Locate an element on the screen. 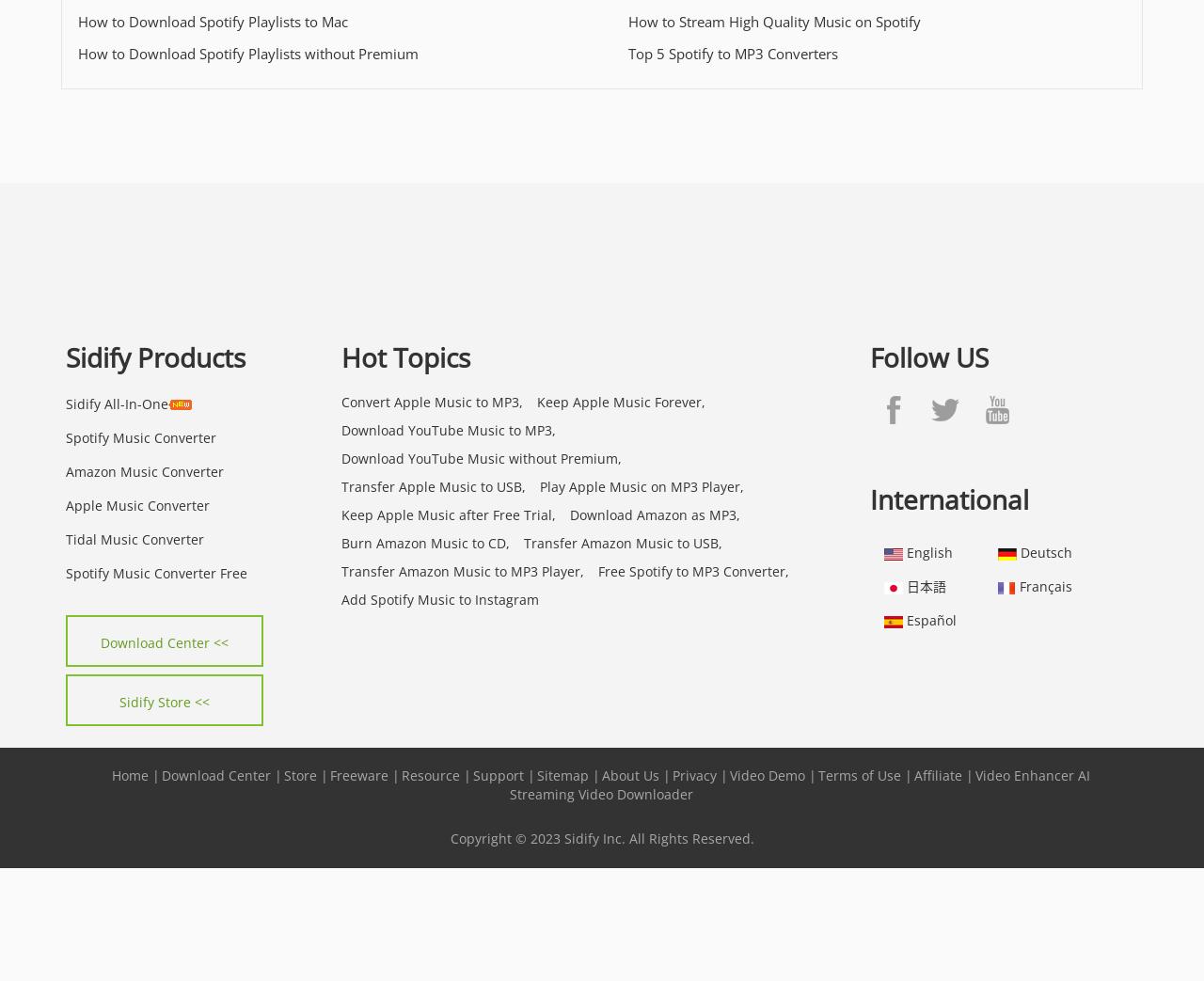  'Transfer Amazon Music to MP3 Player,' is located at coordinates (462, 569).